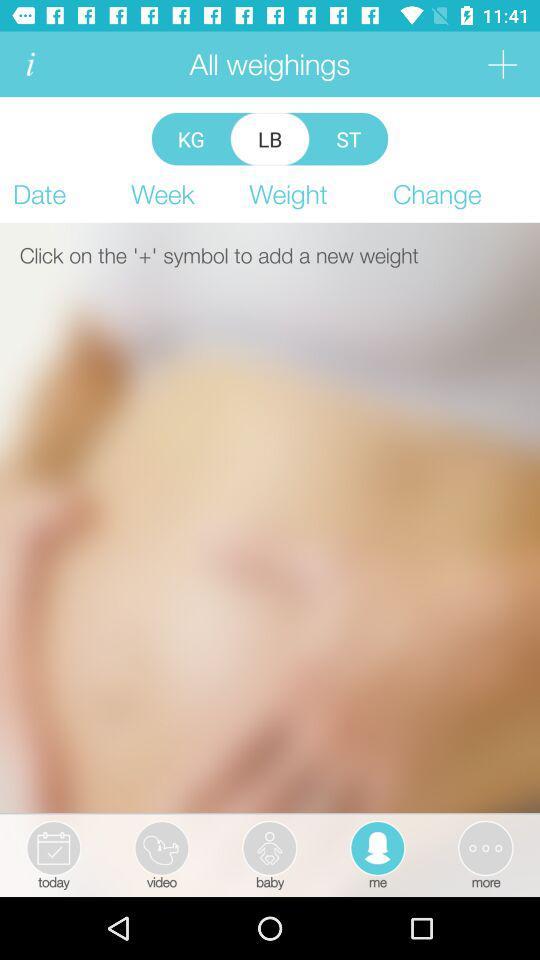  I want to click on information of user, so click(29, 64).